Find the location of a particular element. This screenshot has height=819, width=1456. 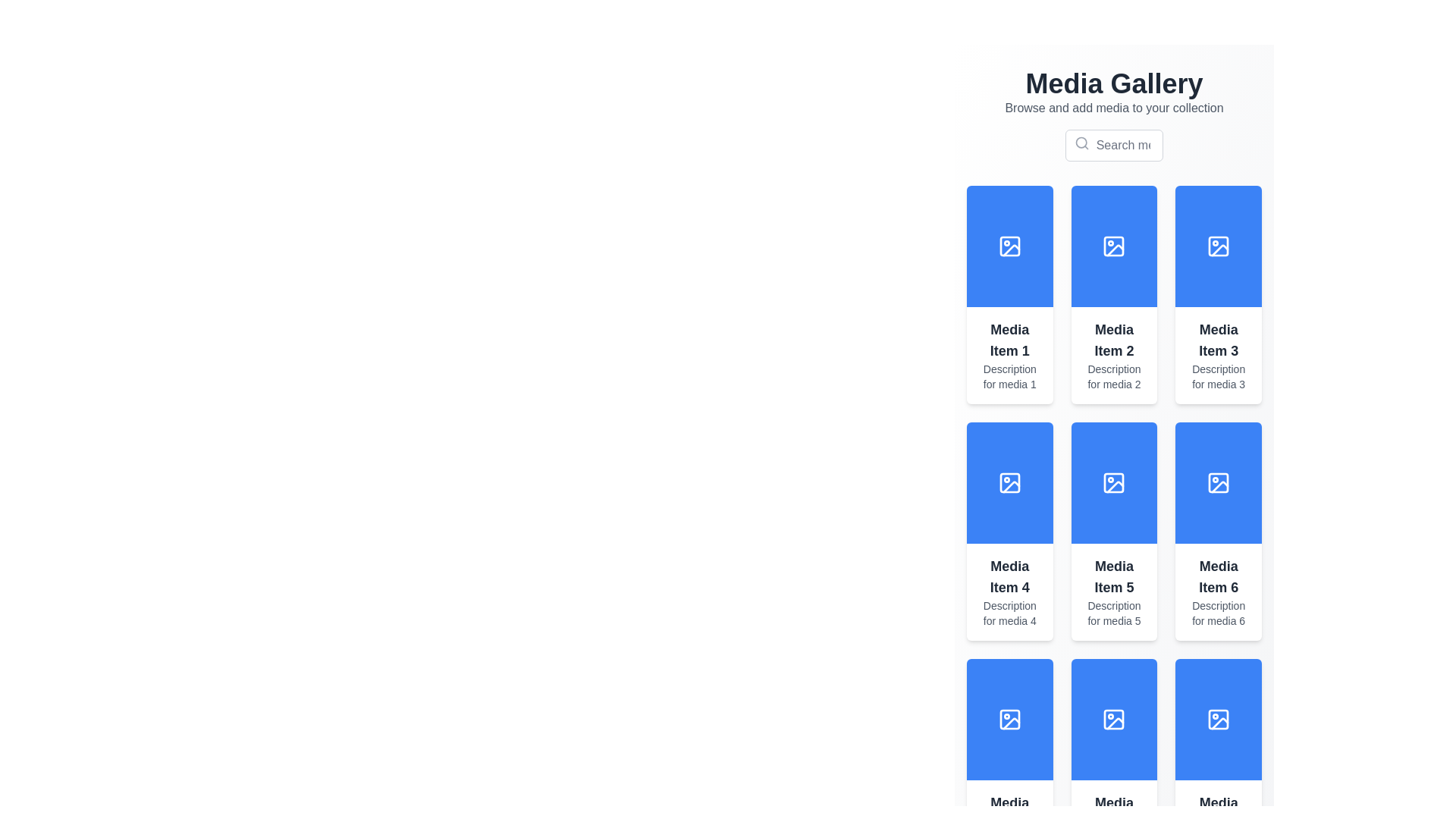

the media description card located in the second column of the first row, positioned between 'Media Item 1' and 'Media Item 3', to interact with it is located at coordinates (1113, 356).